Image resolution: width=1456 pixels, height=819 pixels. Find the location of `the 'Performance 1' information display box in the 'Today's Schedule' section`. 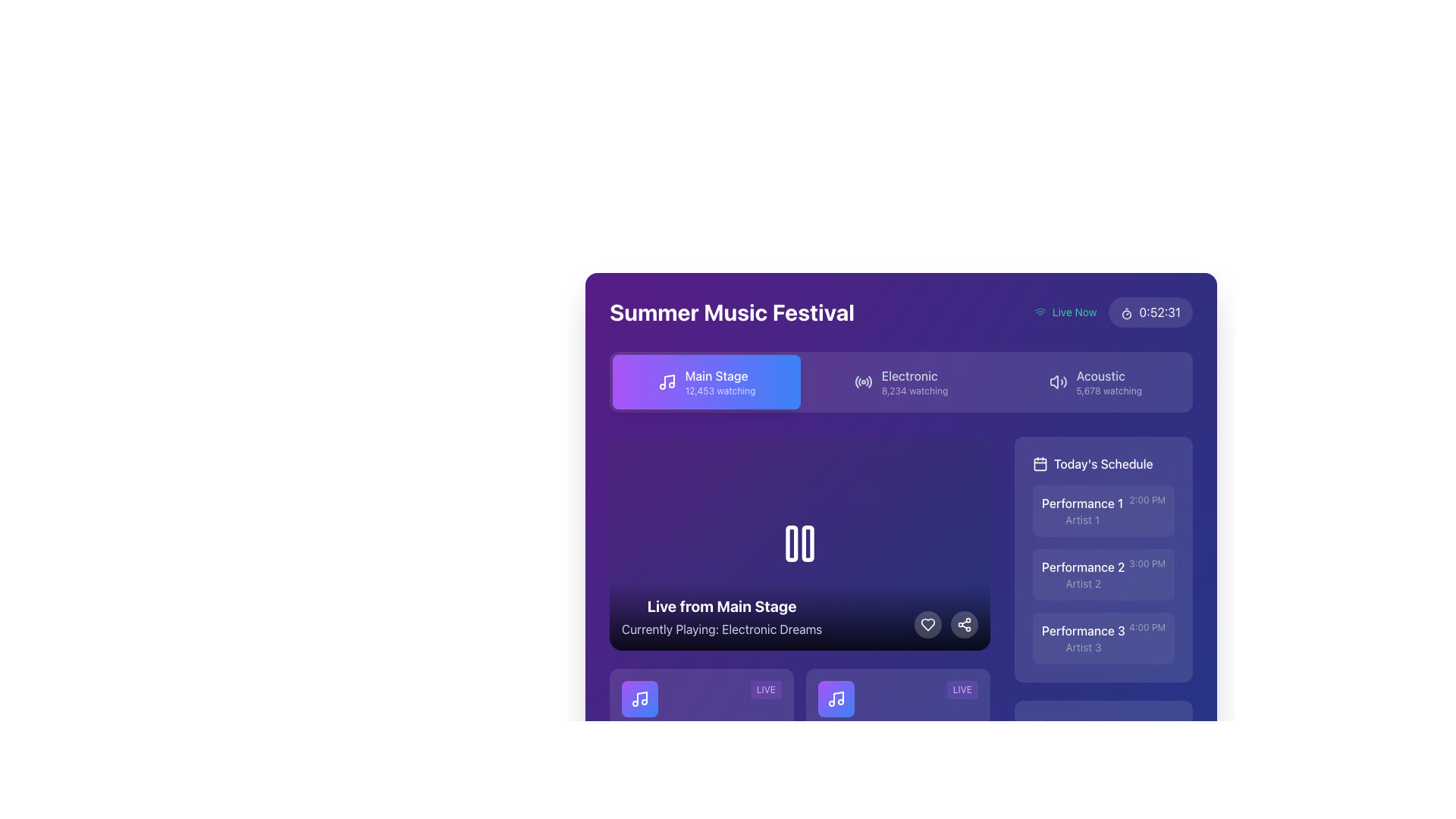

the 'Performance 1' information display box in the 'Today's Schedule' section is located at coordinates (1081, 511).